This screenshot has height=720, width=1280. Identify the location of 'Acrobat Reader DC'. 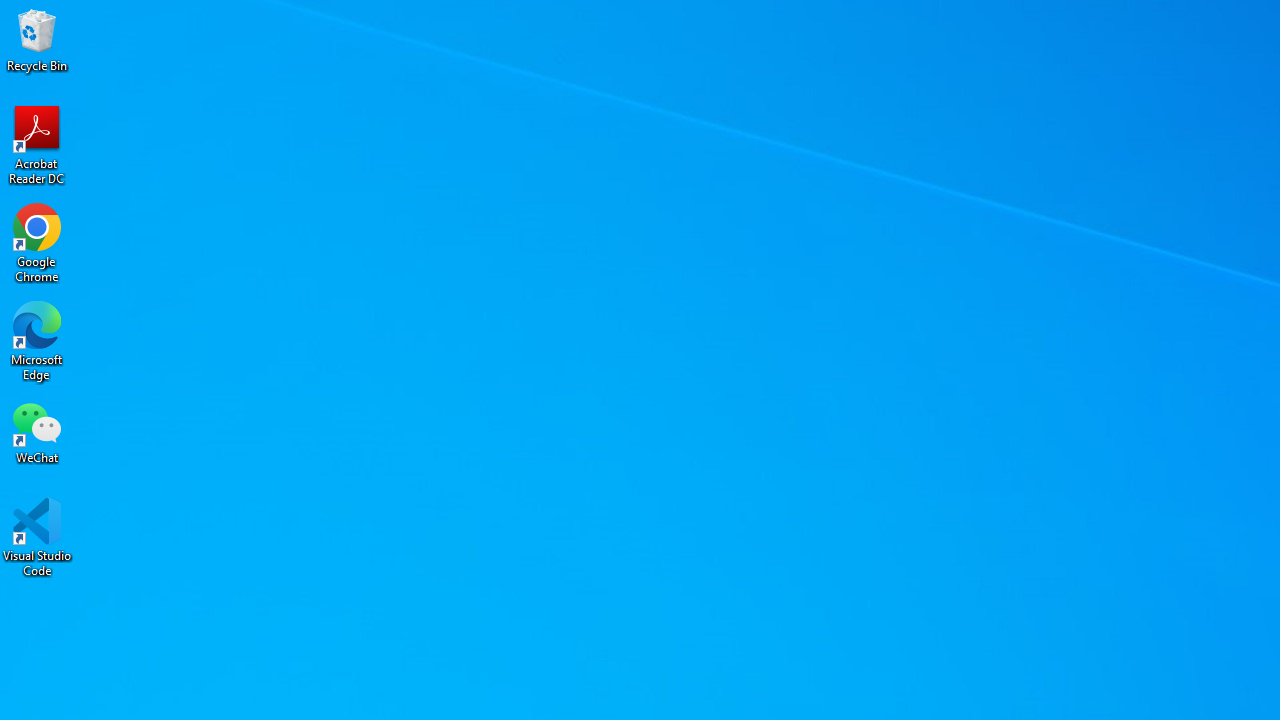
(37, 144).